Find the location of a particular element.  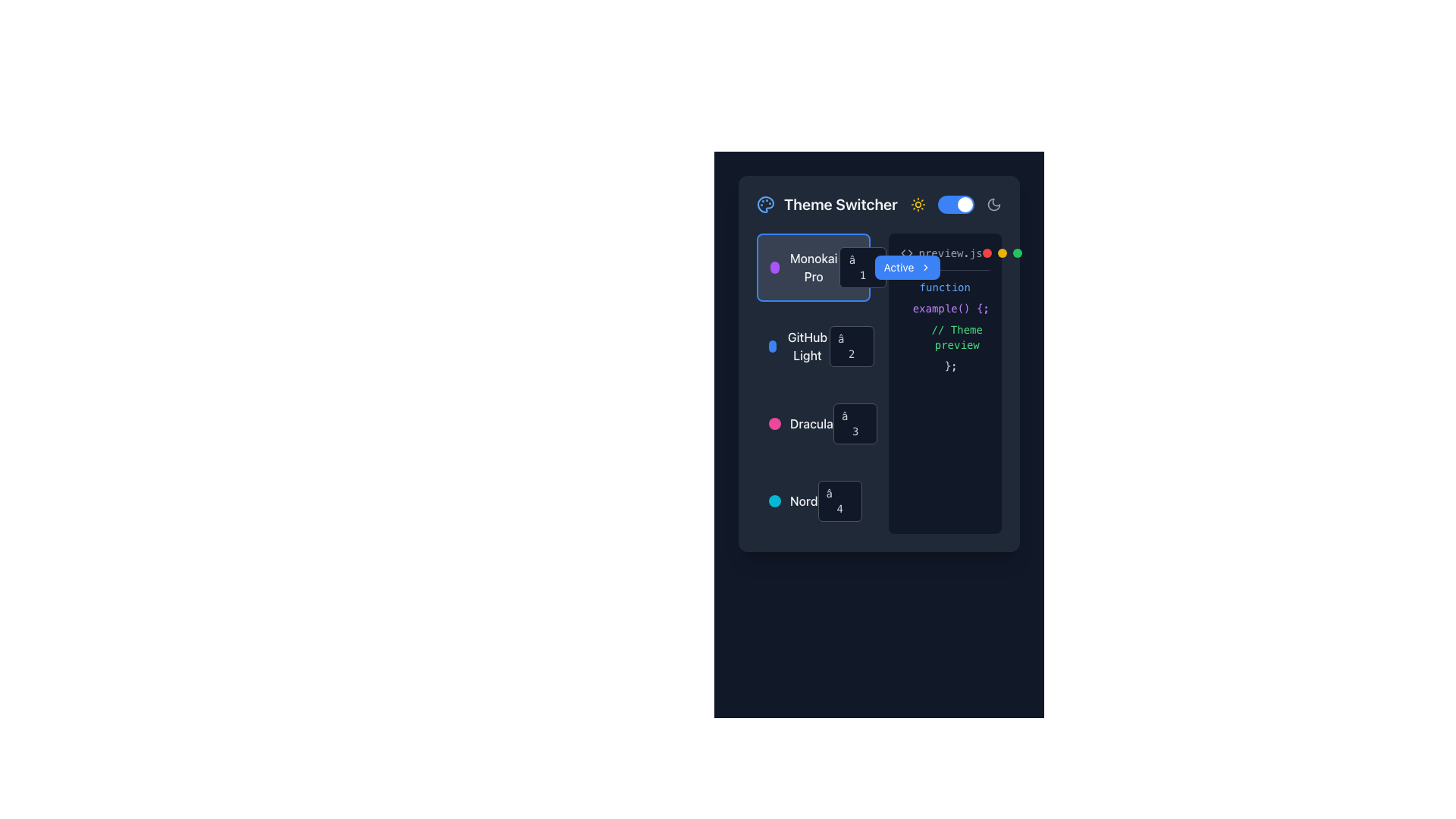

the crescent moon icon in the theme switcher interface, which is styled in a minimalistic gray appearance and located near the toggle switch is located at coordinates (993, 205).